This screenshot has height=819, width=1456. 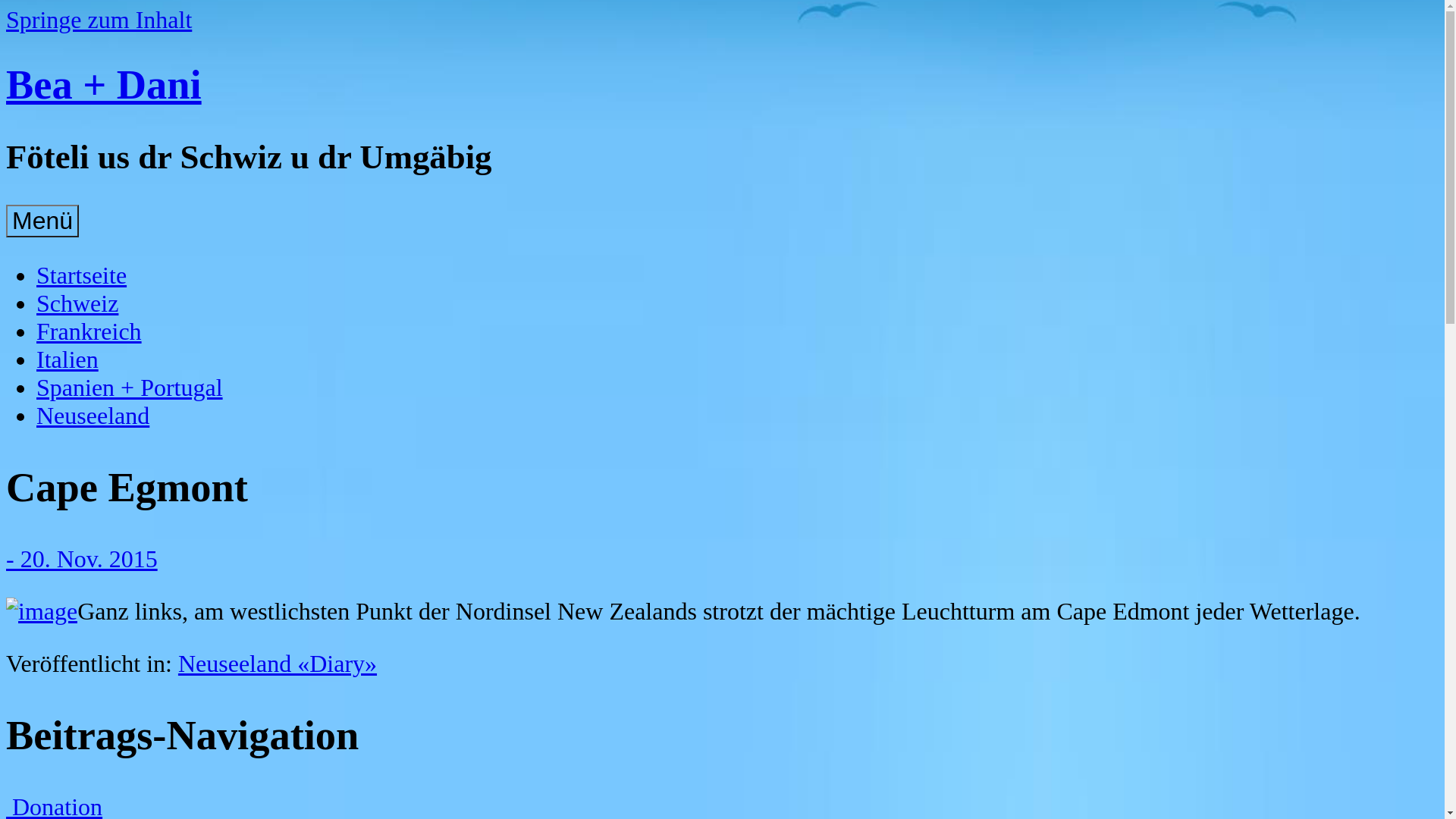 I want to click on 'Italien', so click(x=67, y=359).